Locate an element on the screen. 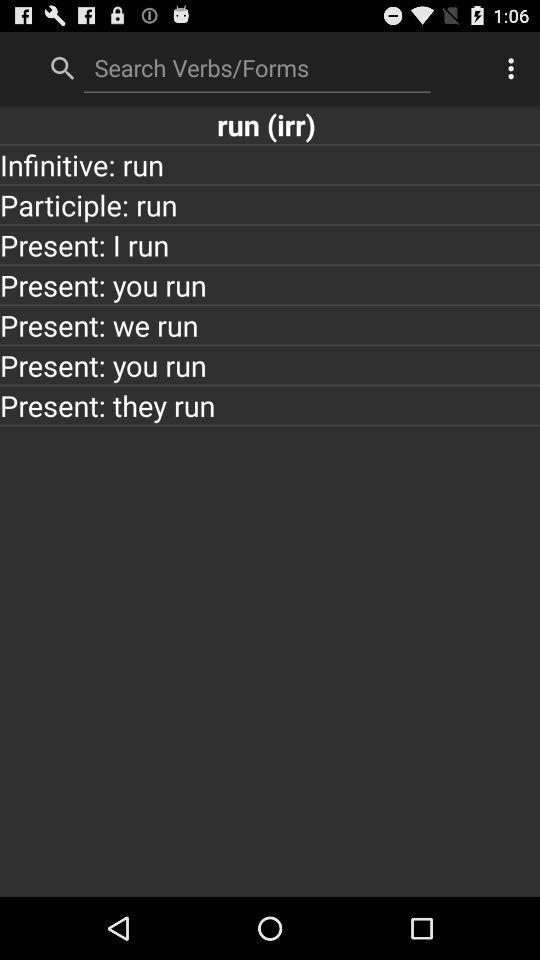 Image resolution: width=540 pixels, height=960 pixels. icon above the infinitive: run item is located at coordinates (270, 123).